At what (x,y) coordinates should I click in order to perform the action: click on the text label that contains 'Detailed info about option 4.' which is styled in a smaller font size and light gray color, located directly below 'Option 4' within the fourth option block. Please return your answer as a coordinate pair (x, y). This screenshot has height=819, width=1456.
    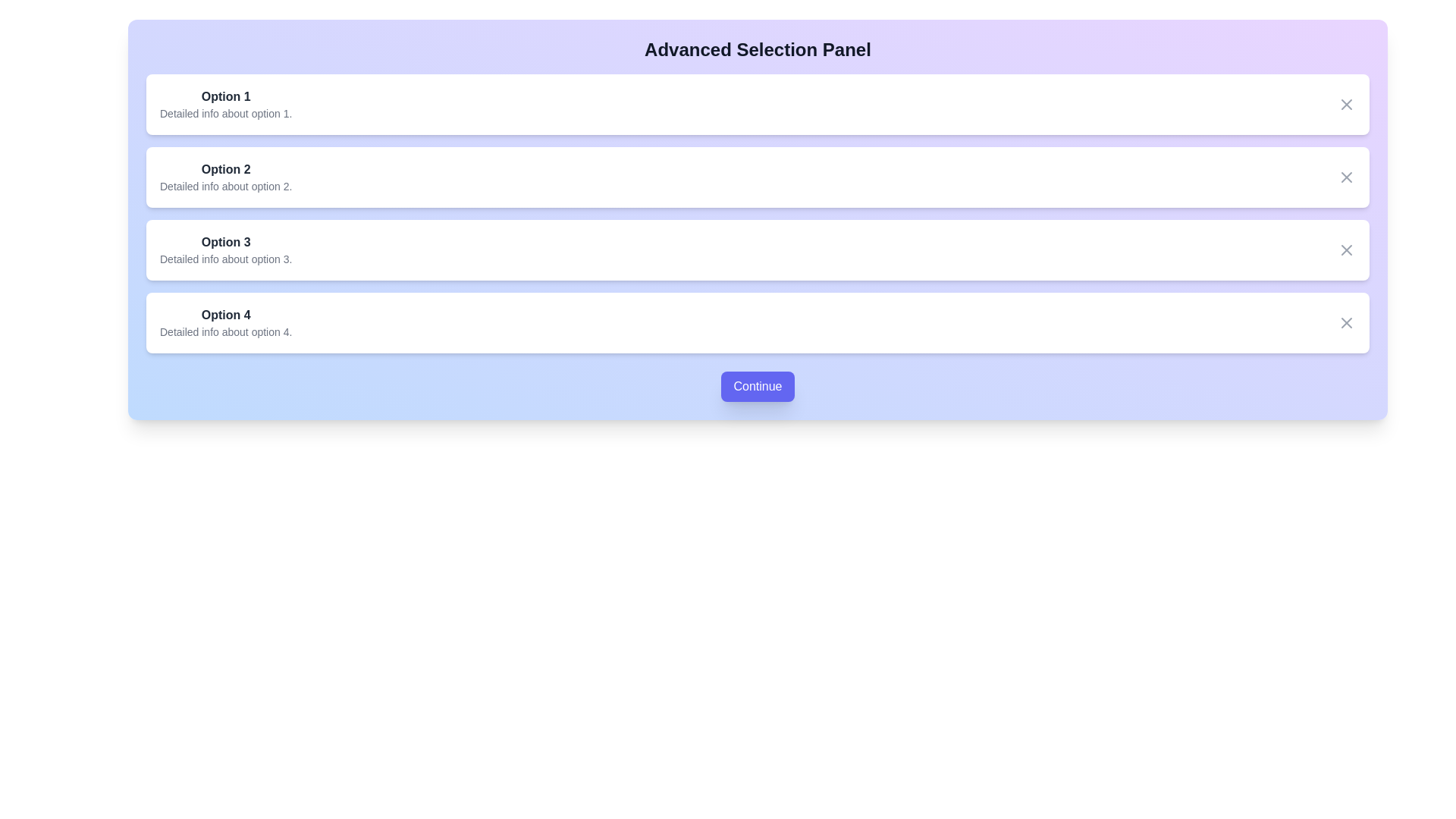
    Looking at the image, I should click on (225, 331).